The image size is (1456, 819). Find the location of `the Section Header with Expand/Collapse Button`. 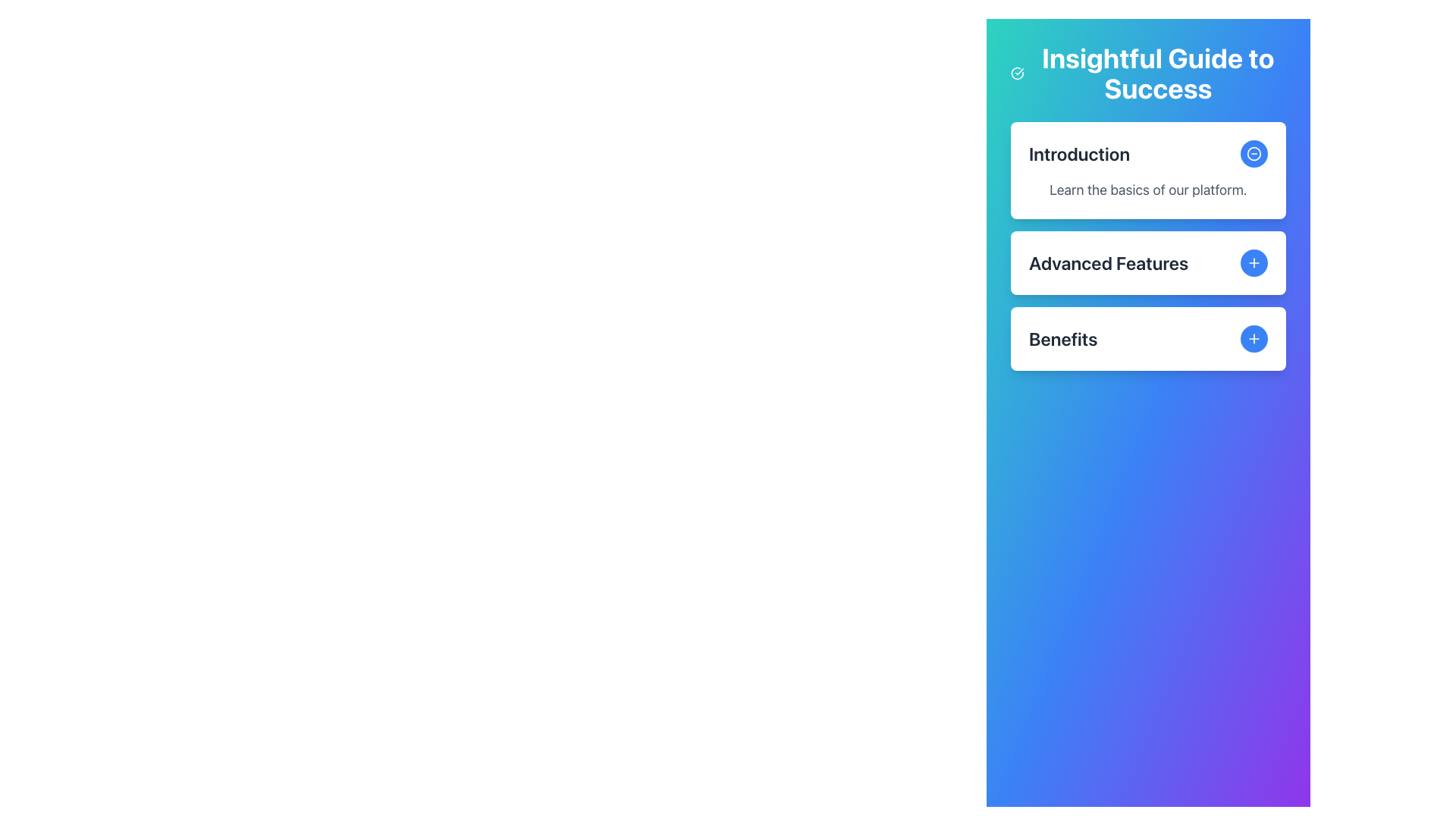

the Section Header with Expand/Collapse Button is located at coordinates (1148, 262).